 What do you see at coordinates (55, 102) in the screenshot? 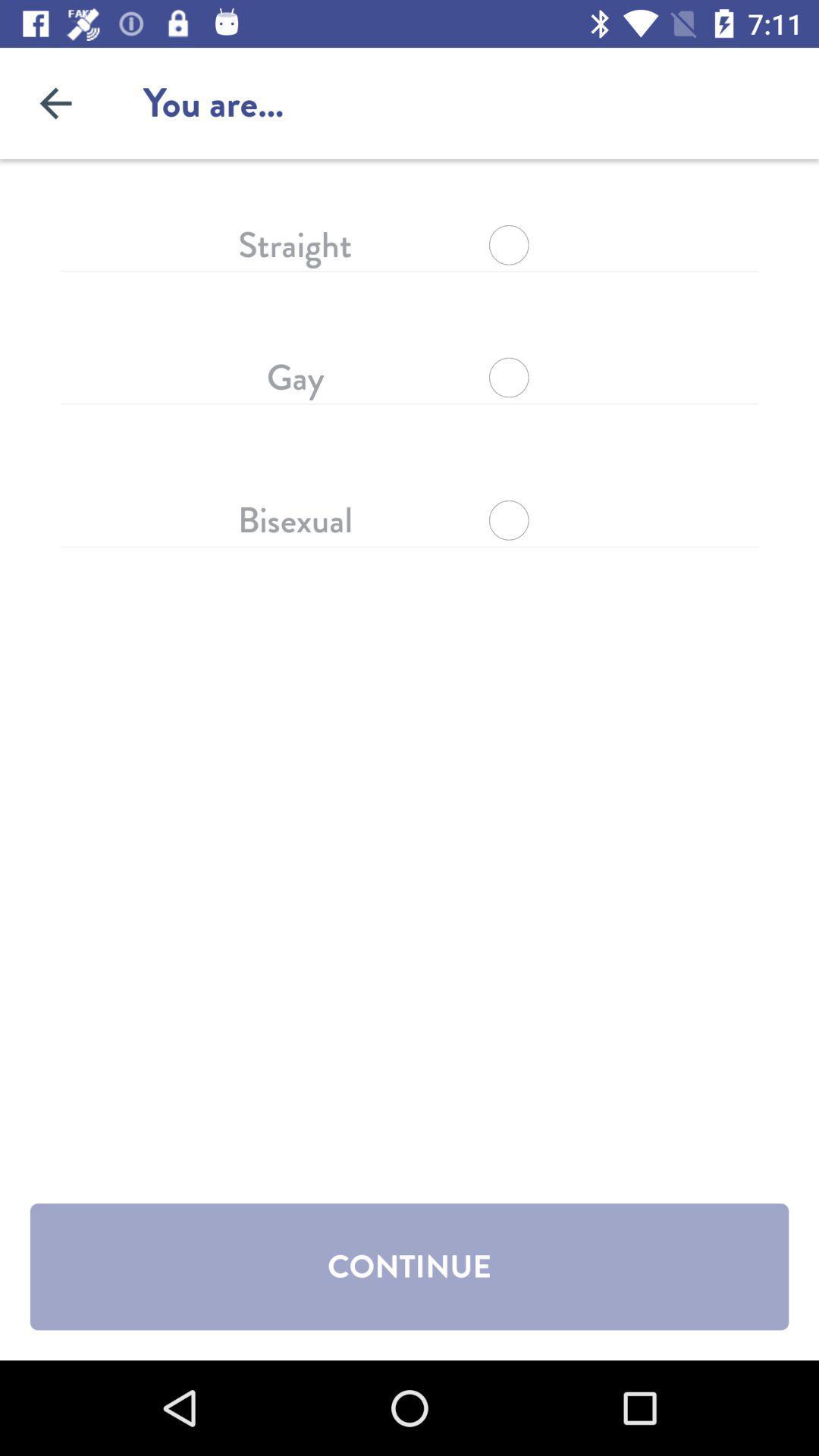
I see `the icon above the straight item` at bounding box center [55, 102].